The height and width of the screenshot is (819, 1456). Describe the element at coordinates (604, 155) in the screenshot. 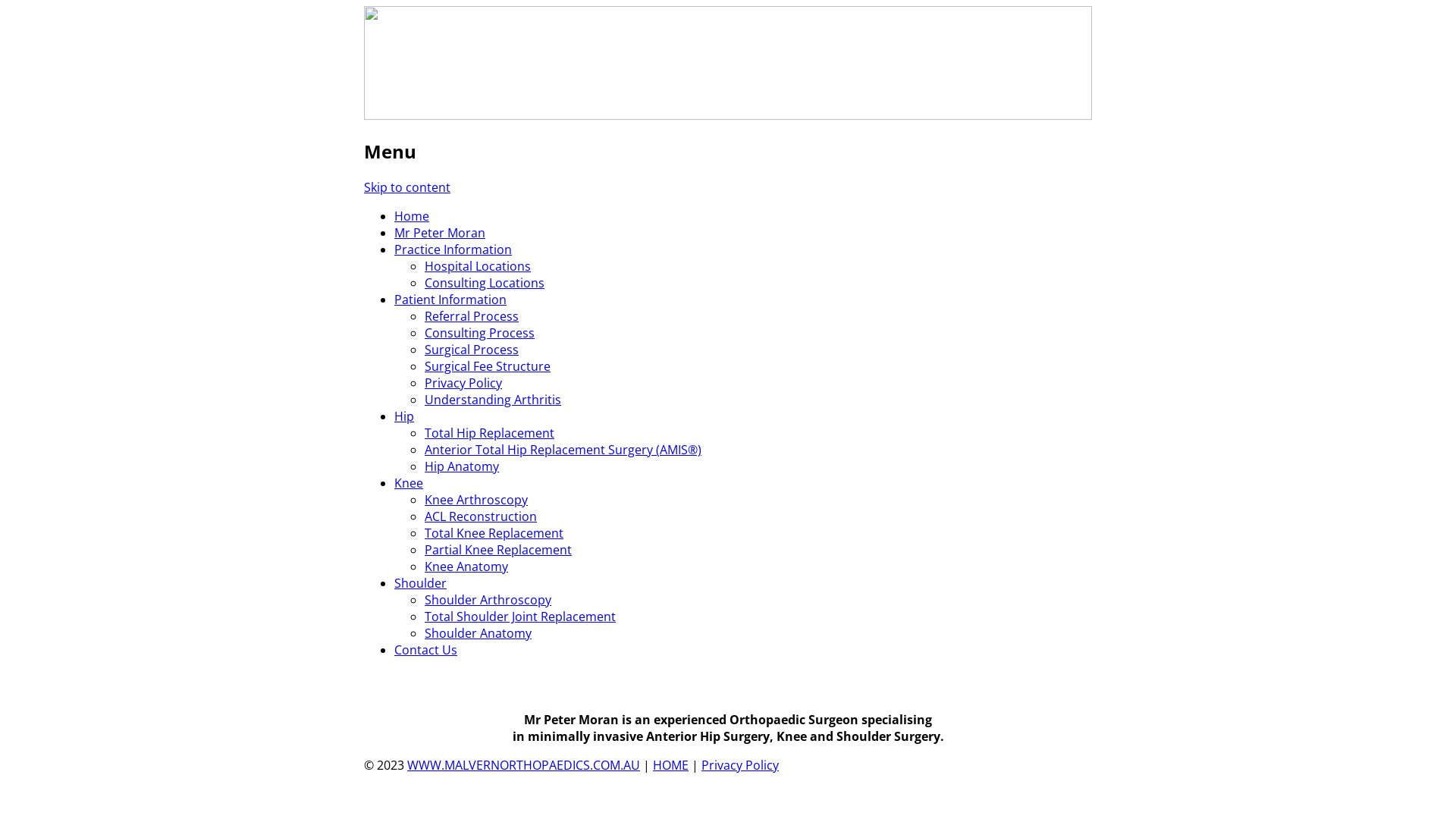

I see `'Mr Peter Moran (MBBS FRACS, FAOrthA)'` at that location.